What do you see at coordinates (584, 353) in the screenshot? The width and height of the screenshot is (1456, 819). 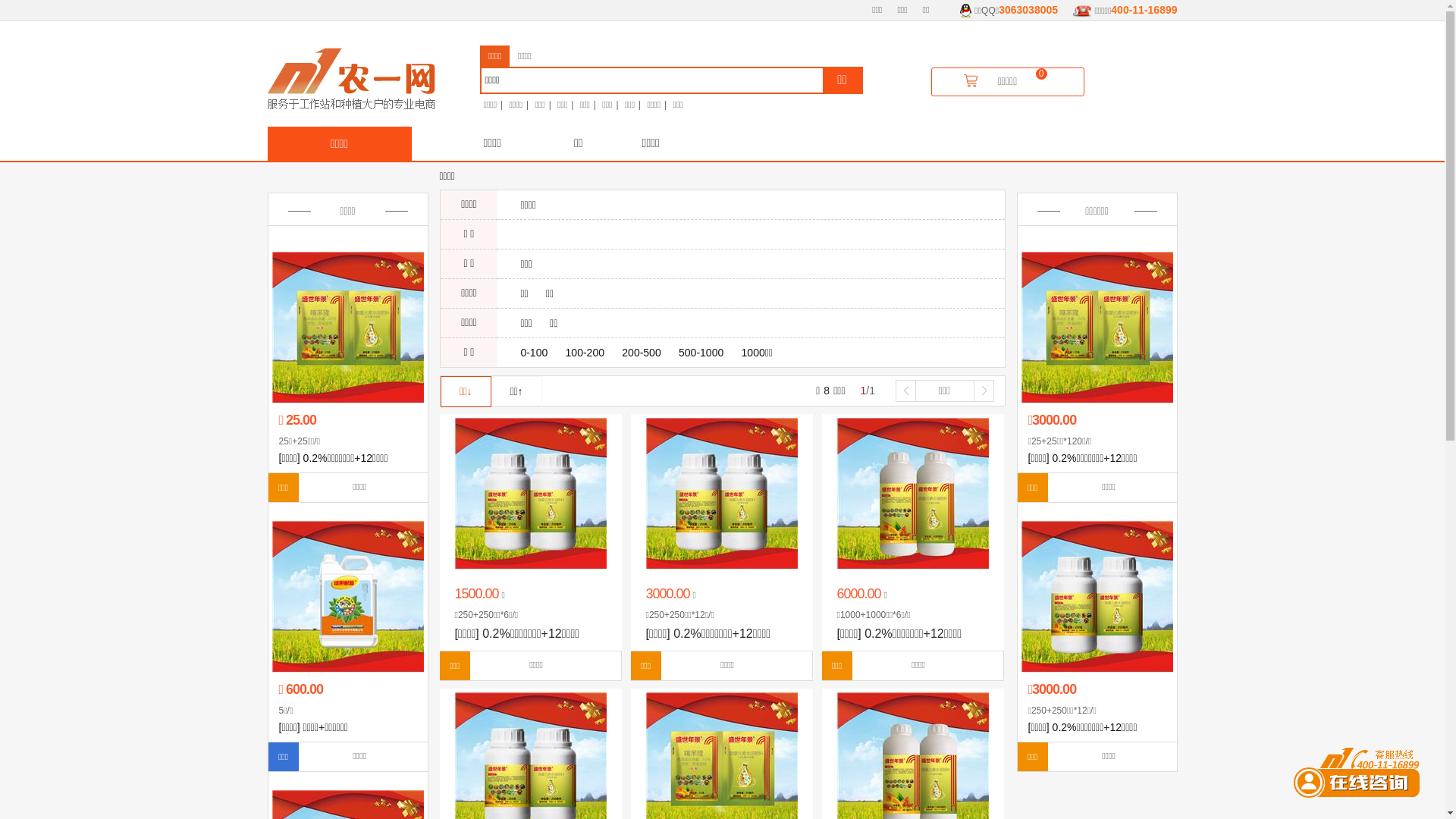 I see `'100-200'` at bounding box center [584, 353].